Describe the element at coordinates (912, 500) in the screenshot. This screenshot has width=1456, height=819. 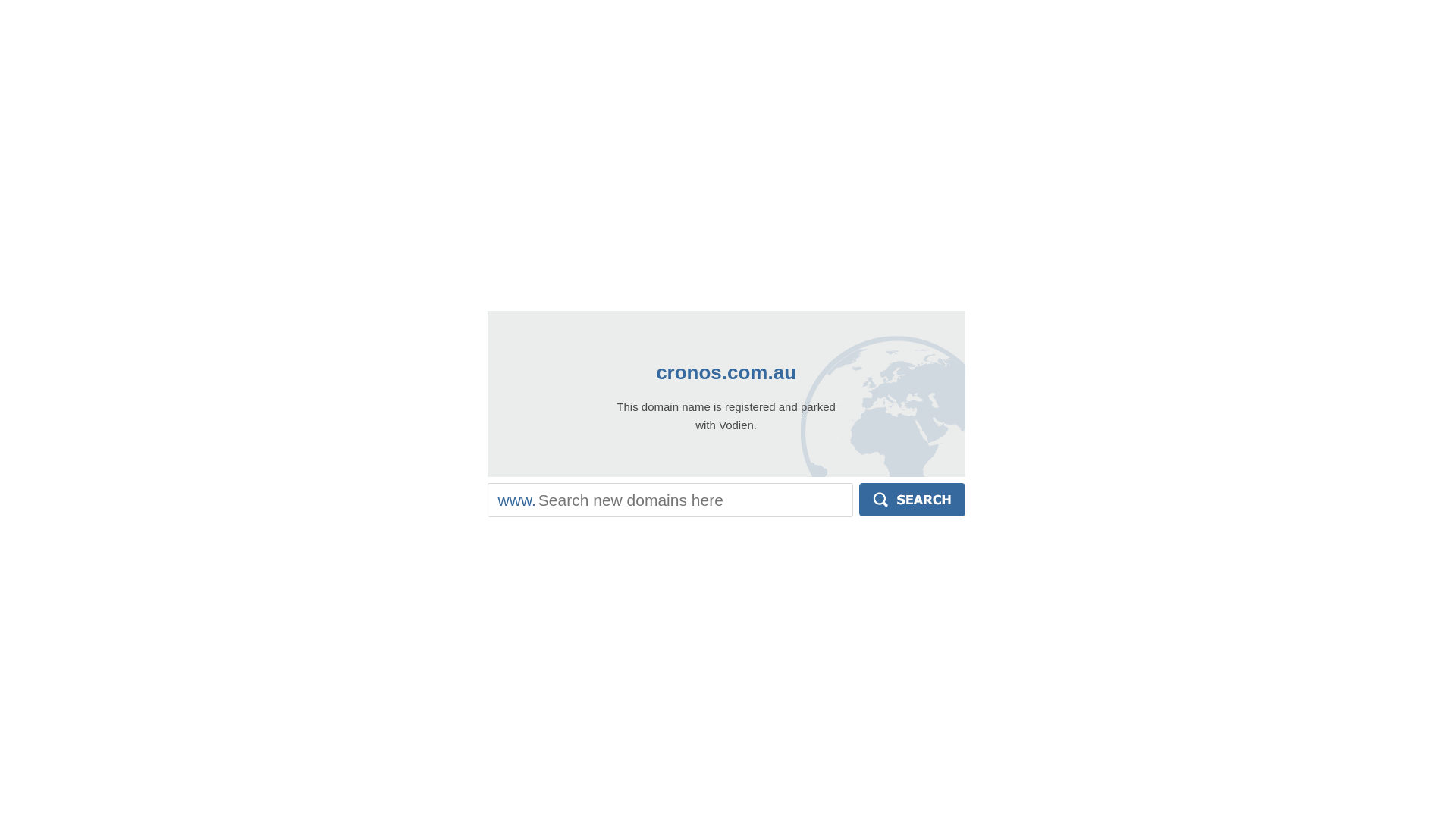
I see `'Search'` at that location.